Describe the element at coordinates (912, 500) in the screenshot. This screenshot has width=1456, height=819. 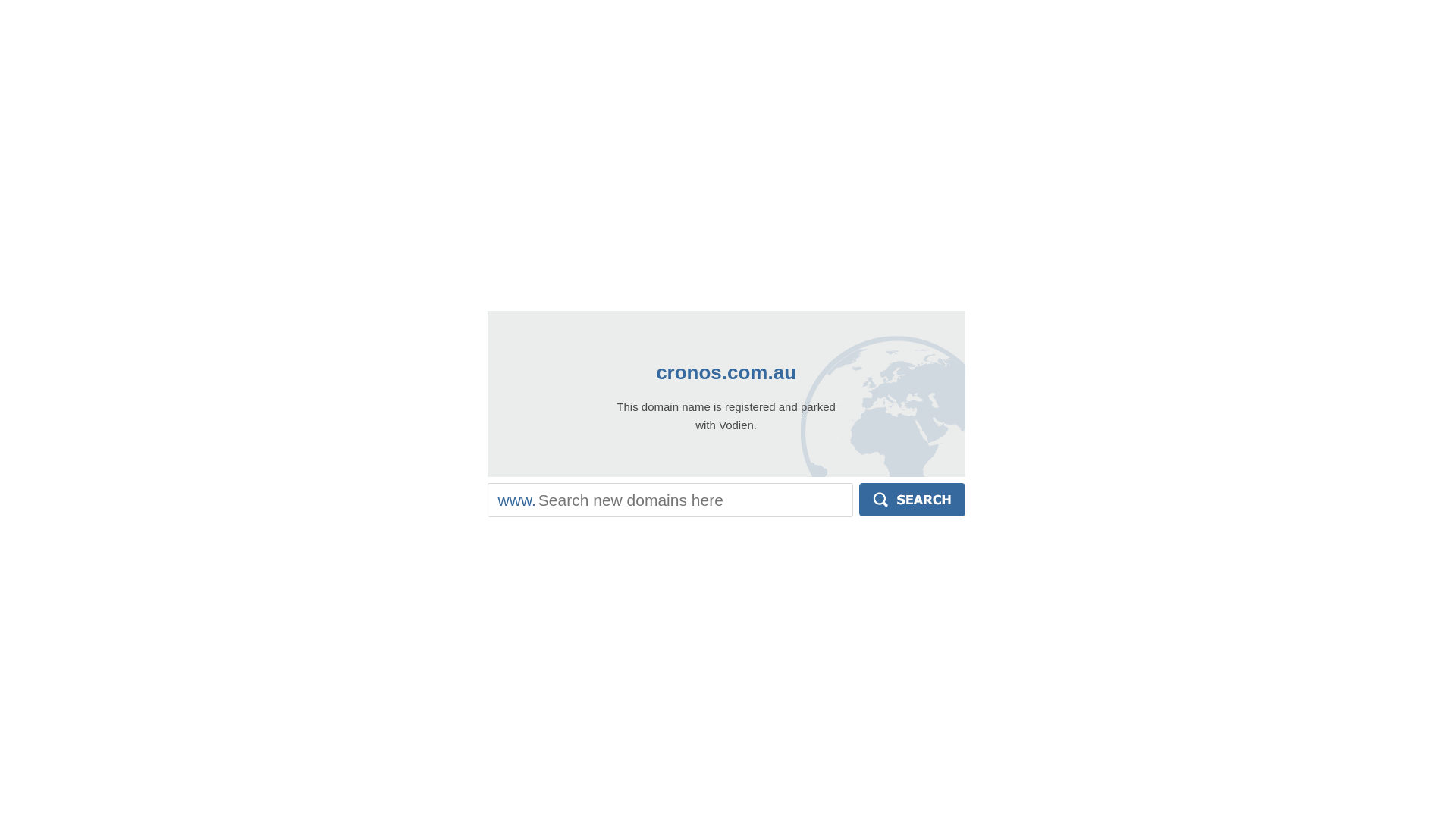
I see `'Search'` at that location.